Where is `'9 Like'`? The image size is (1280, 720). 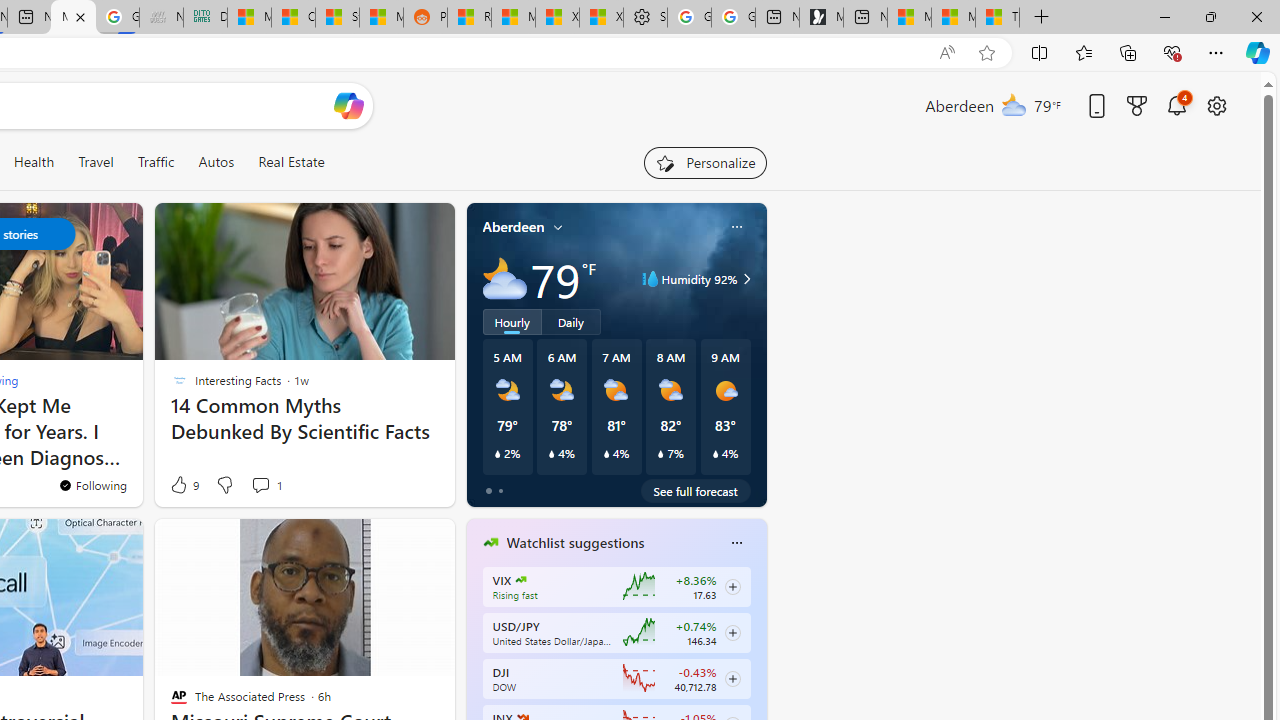
'9 Like' is located at coordinates (183, 484).